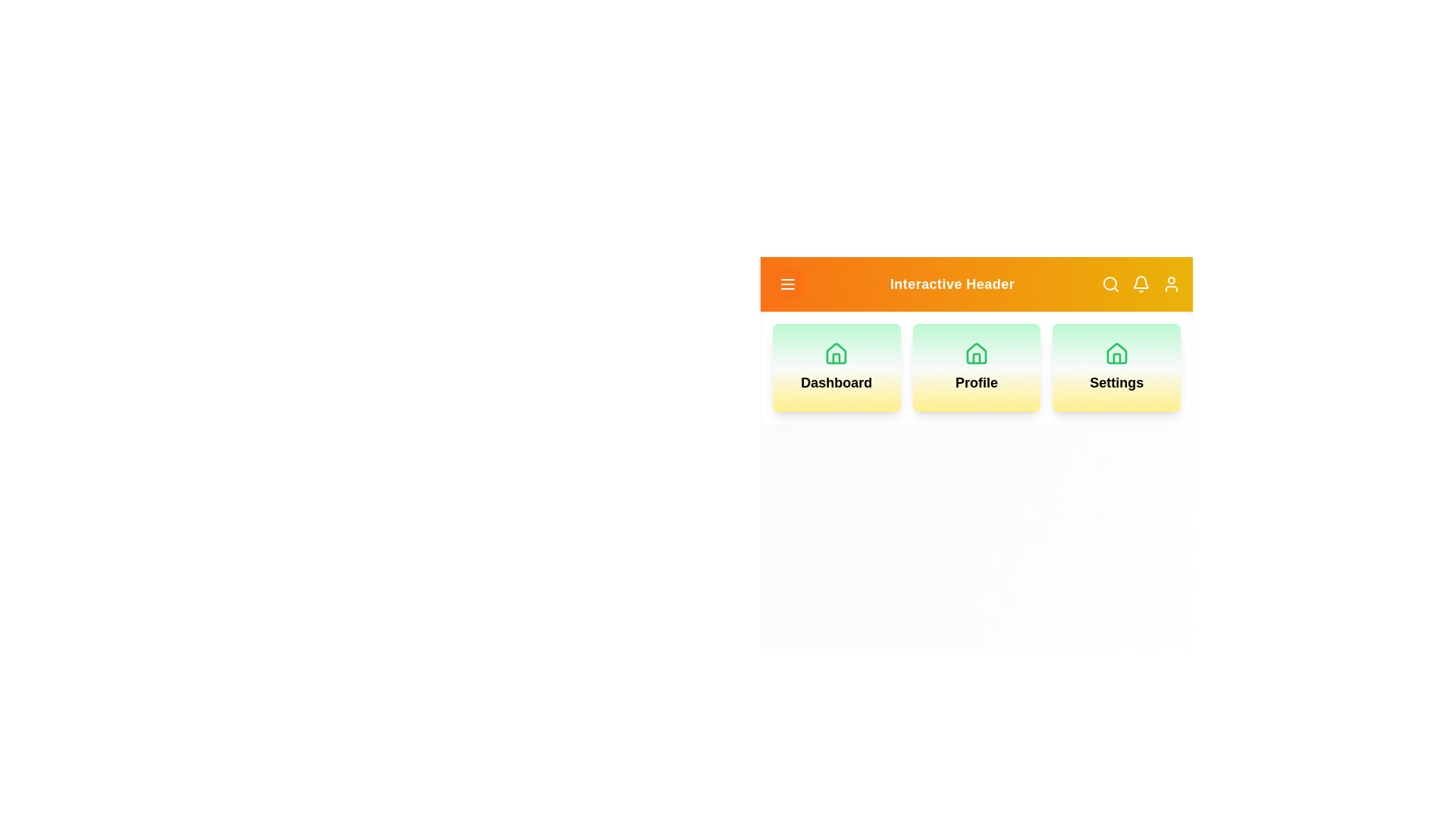 Image resolution: width=1456 pixels, height=819 pixels. I want to click on the user icon to observe its hover effect, so click(1171, 284).